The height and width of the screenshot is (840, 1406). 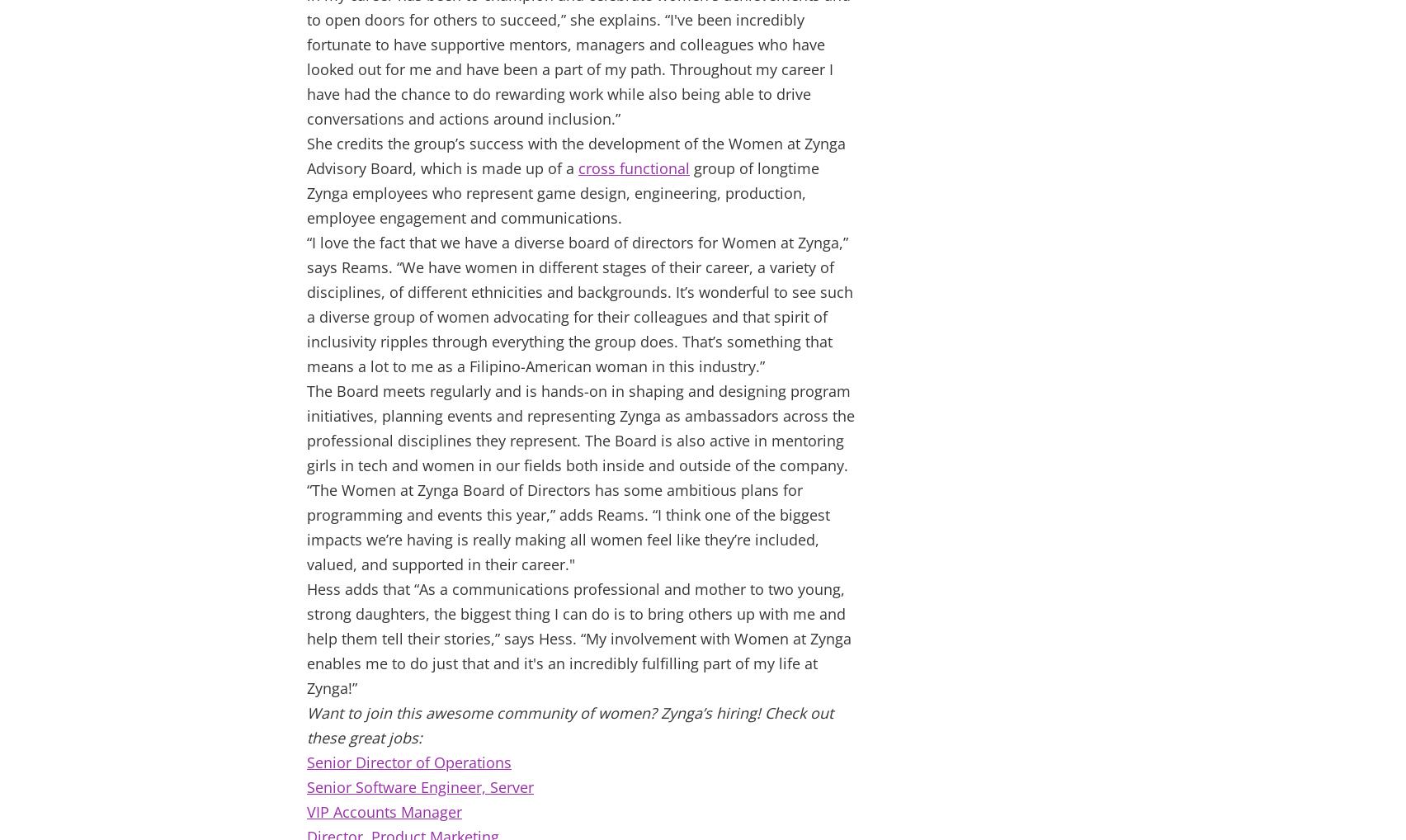 What do you see at coordinates (420, 786) in the screenshot?
I see `'Senior Software Engineer, Server'` at bounding box center [420, 786].